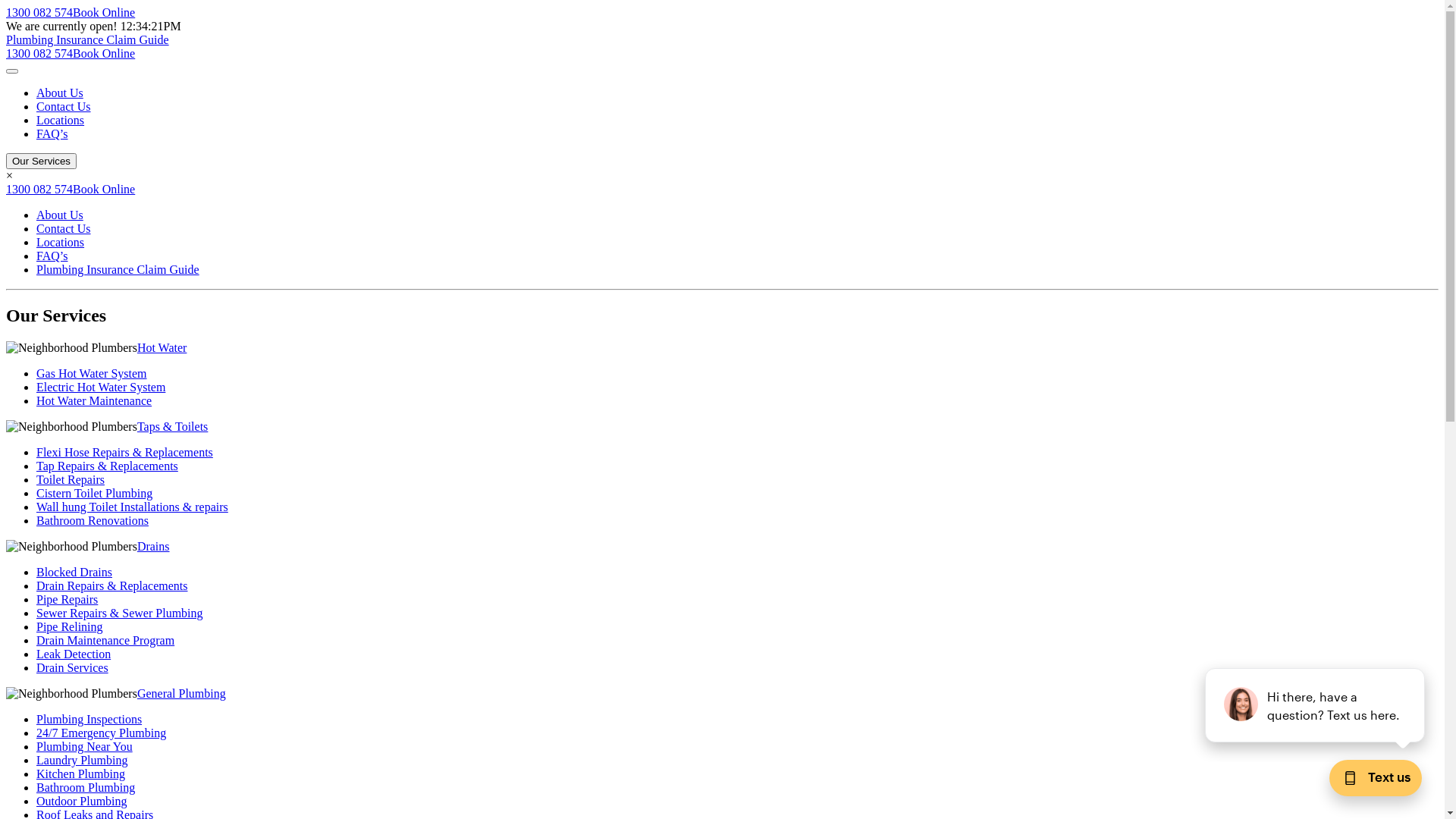  What do you see at coordinates (6, 161) in the screenshot?
I see `'Our Services'` at bounding box center [6, 161].